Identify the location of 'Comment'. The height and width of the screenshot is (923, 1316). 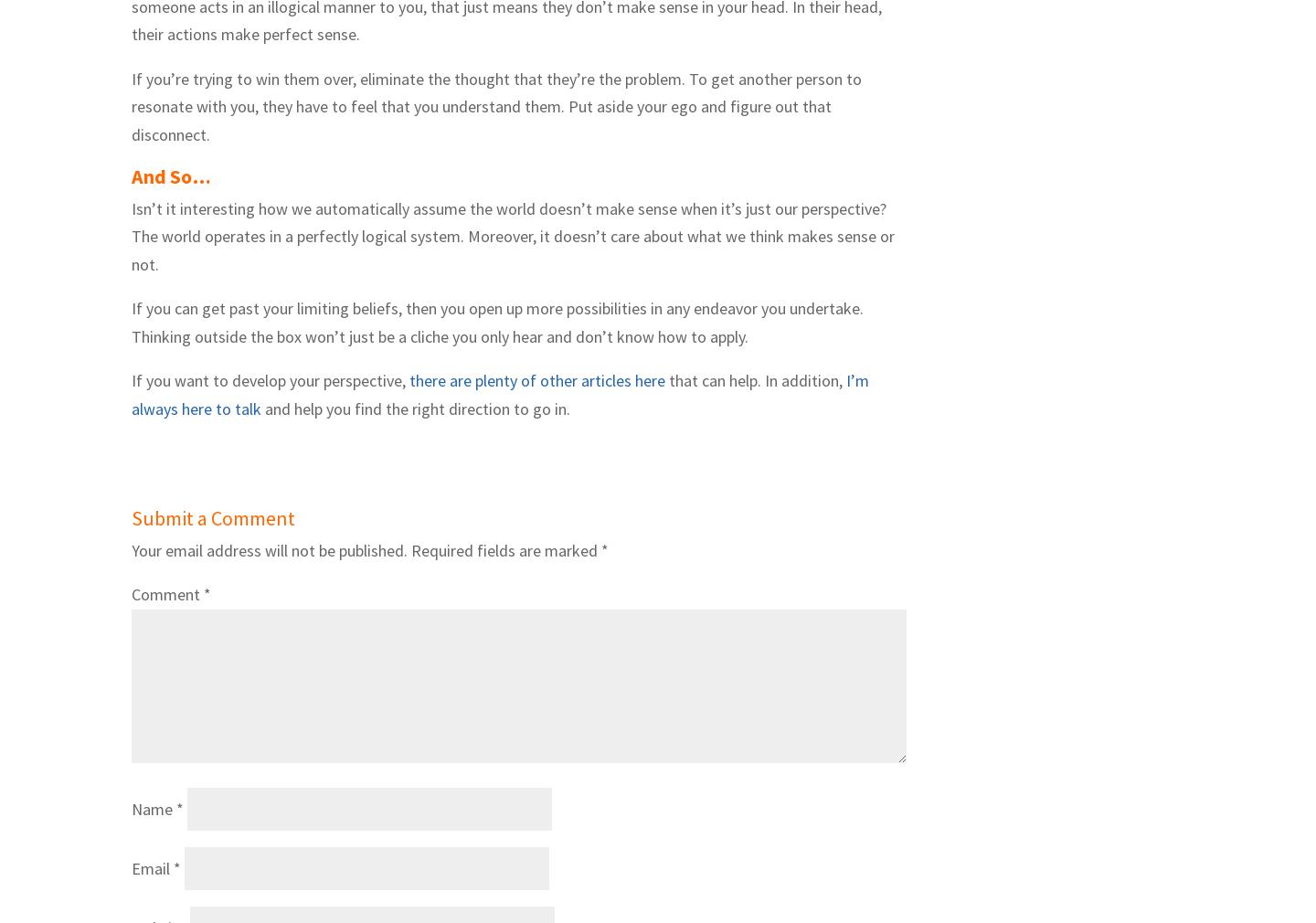
(167, 593).